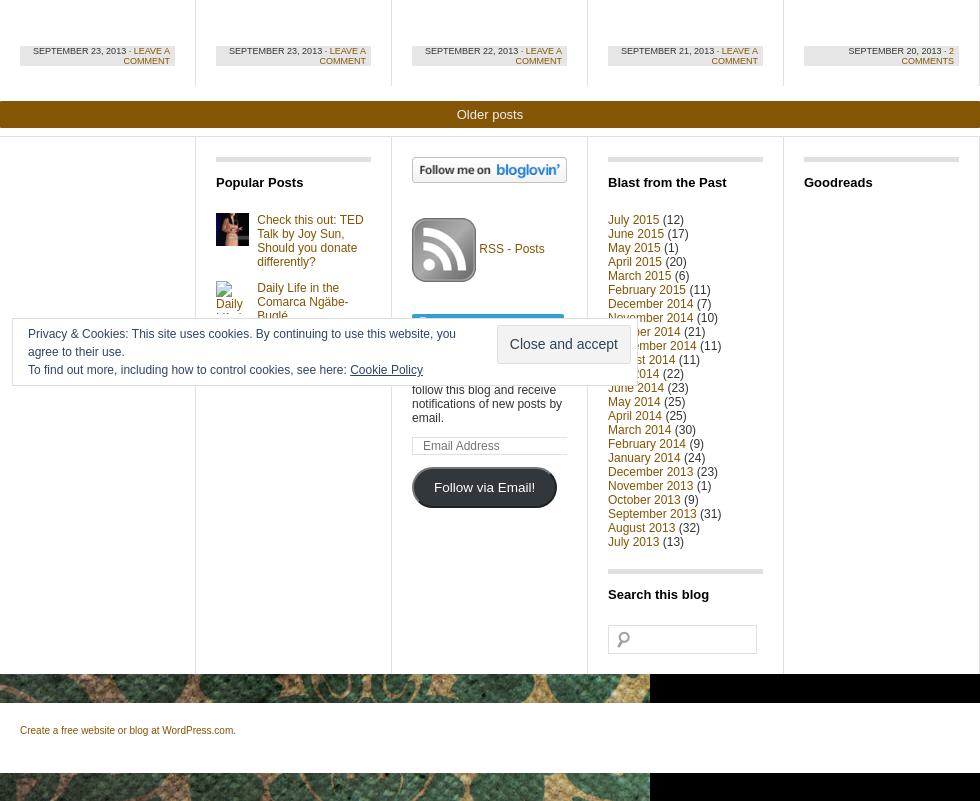  What do you see at coordinates (633, 247) in the screenshot?
I see `'May 2015'` at bounding box center [633, 247].